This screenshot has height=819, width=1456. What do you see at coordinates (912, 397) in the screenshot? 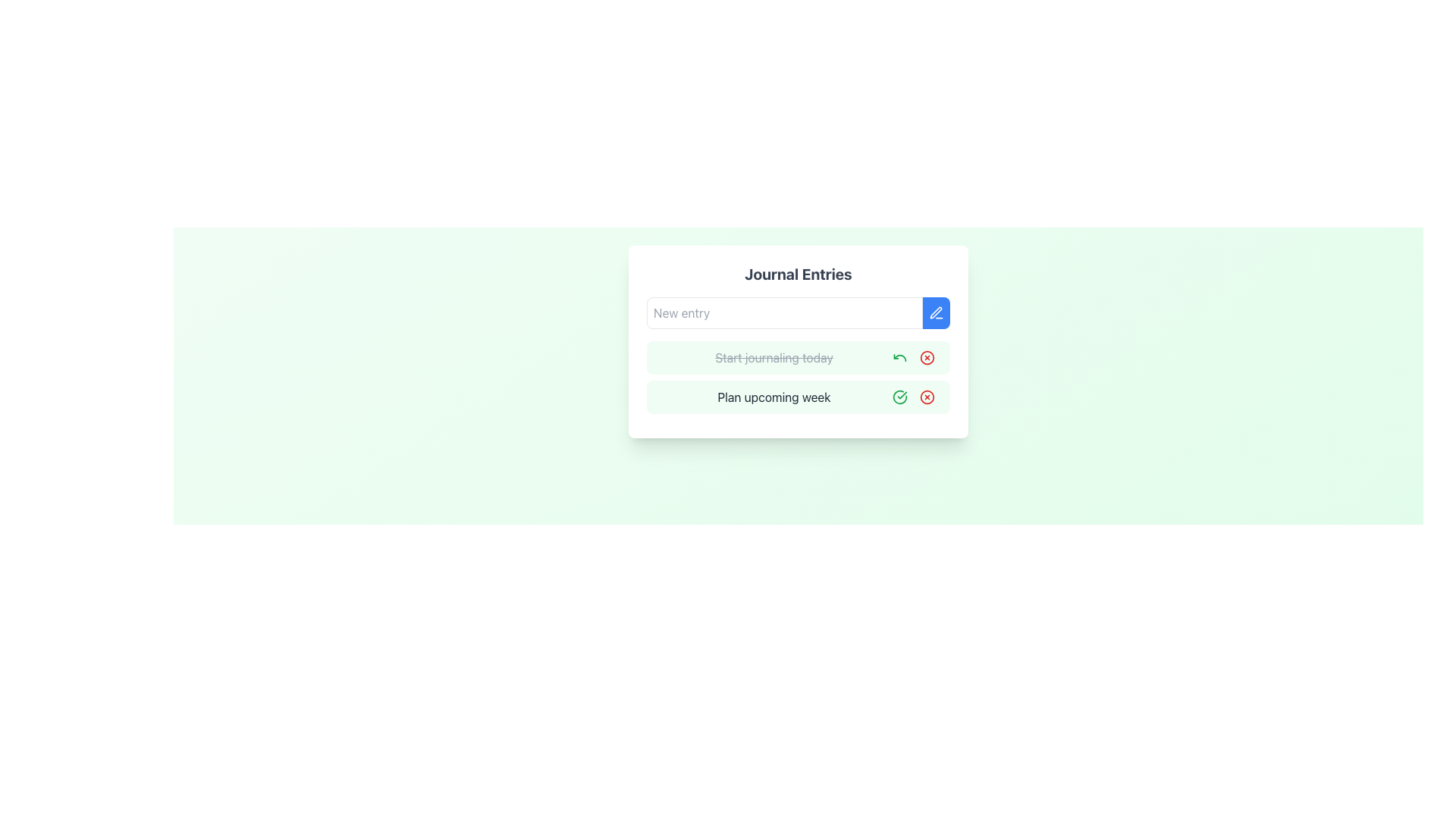
I see `the red cross icon in the action group located to the right of the text 'Plan upcoming week' to reject` at bounding box center [912, 397].